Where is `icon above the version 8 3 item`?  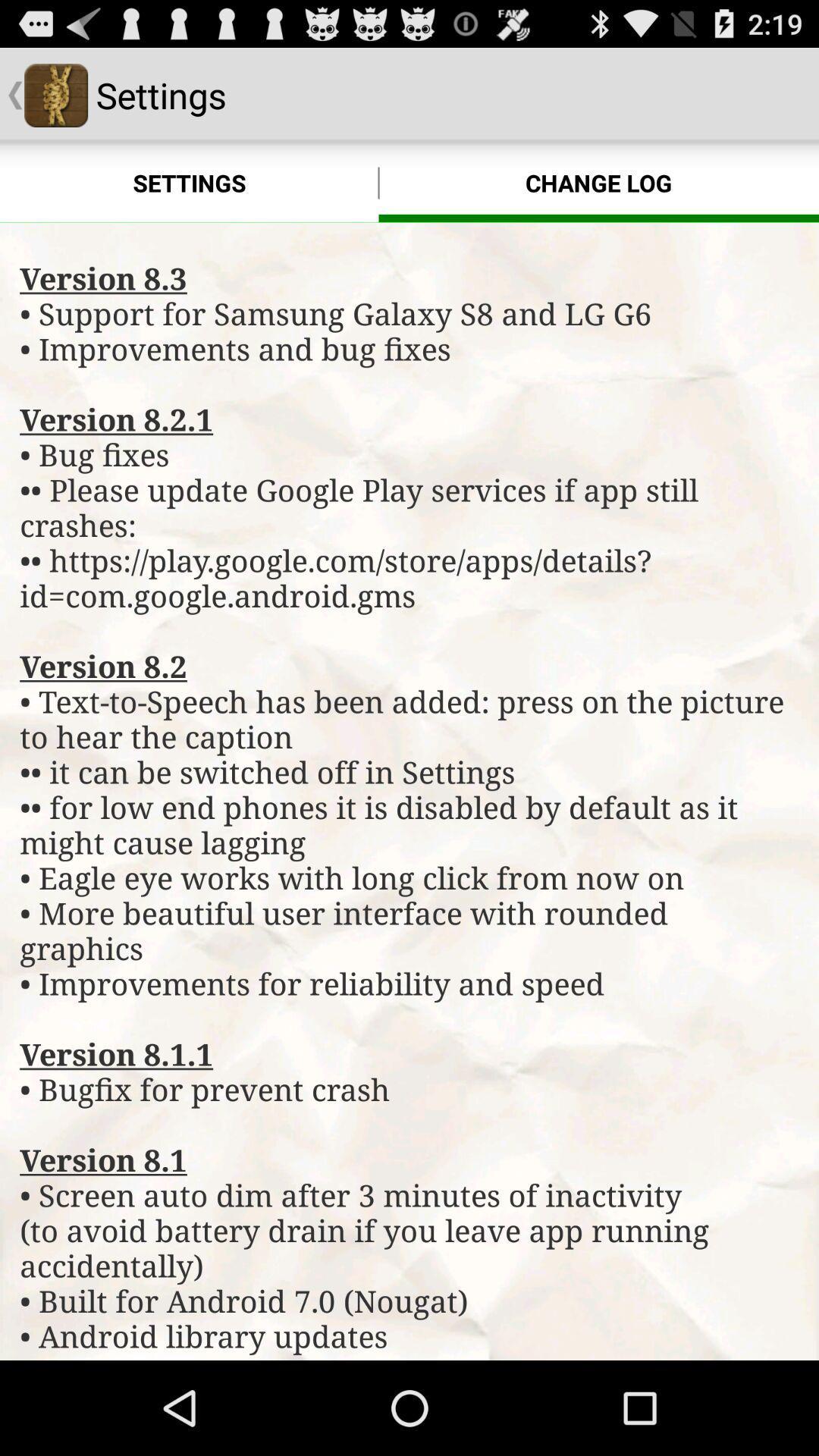
icon above the version 8 3 item is located at coordinates (598, 182).